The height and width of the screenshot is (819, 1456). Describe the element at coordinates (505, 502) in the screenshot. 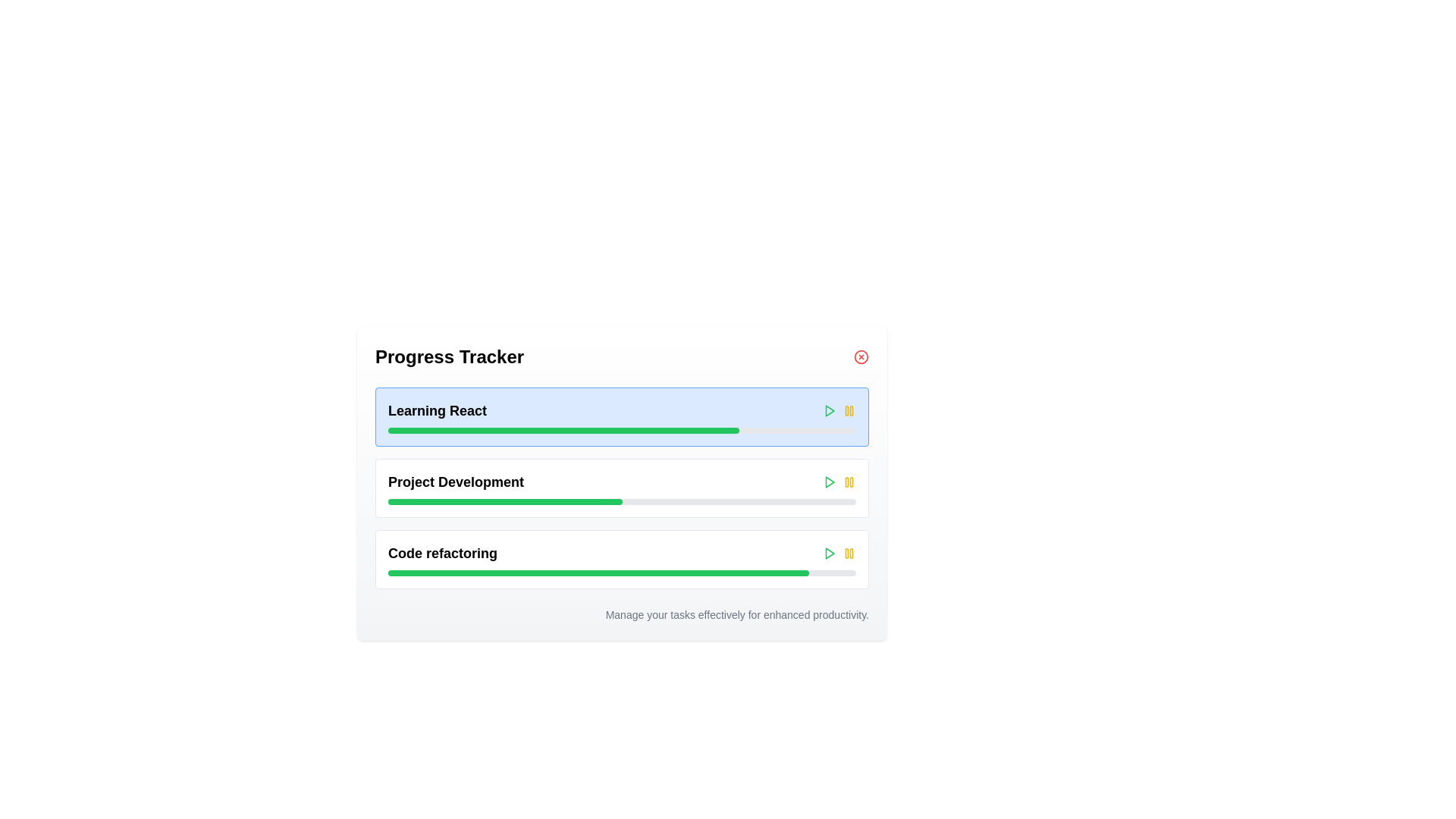

I see `the green progress indicator bar within the 'Project Development' progress bar` at that location.